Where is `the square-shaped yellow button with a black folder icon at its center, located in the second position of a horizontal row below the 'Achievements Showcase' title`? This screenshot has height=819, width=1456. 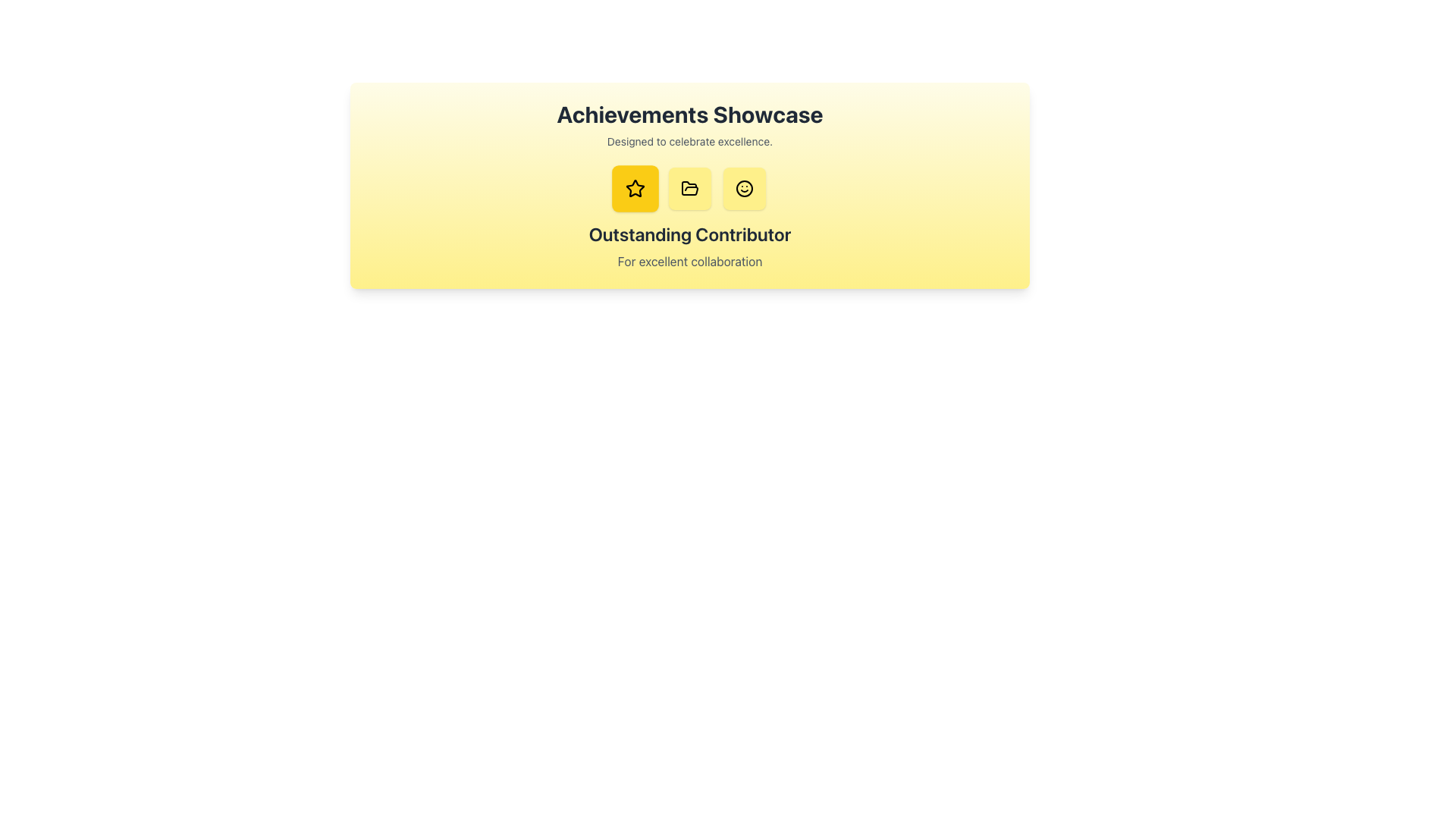 the square-shaped yellow button with a black folder icon at its center, located in the second position of a horizontal row below the 'Achievements Showcase' title is located at coordinates (689, 188).